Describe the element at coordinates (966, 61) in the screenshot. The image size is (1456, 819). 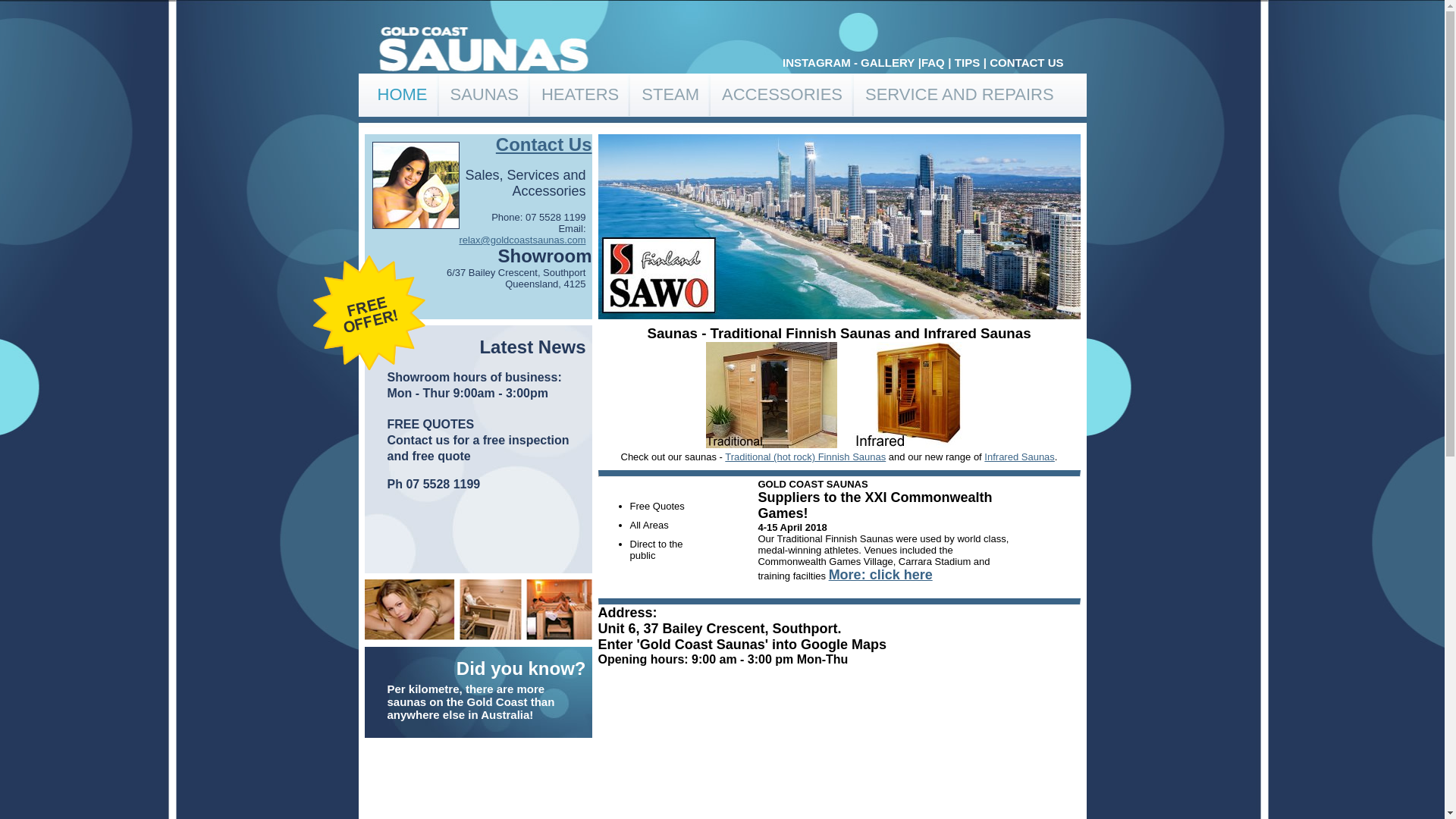
I see `'TIPS'` at that location.